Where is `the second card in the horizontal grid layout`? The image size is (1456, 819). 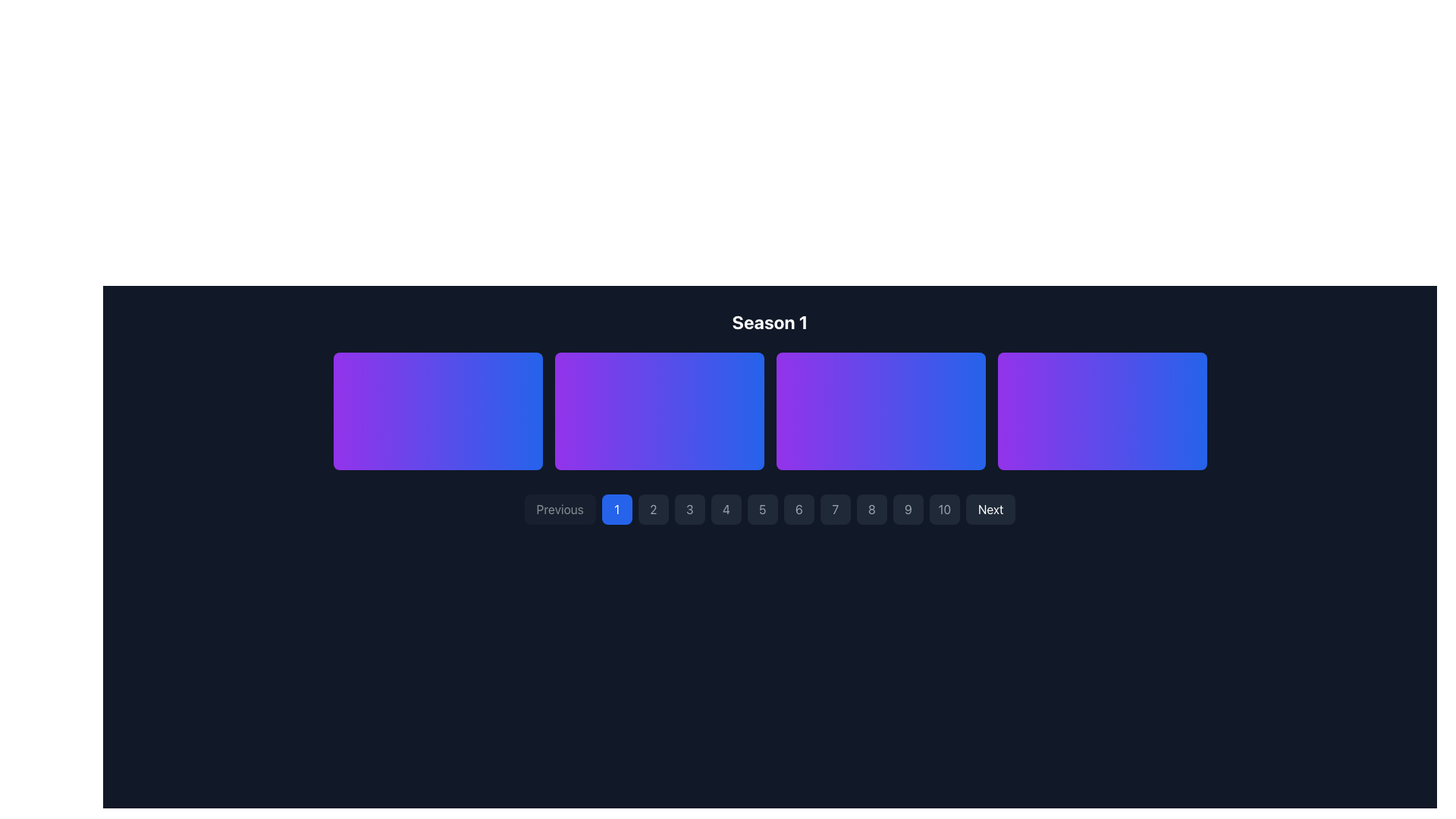
the second card in the horizontal grid layout is located at coordinates (659, 411).